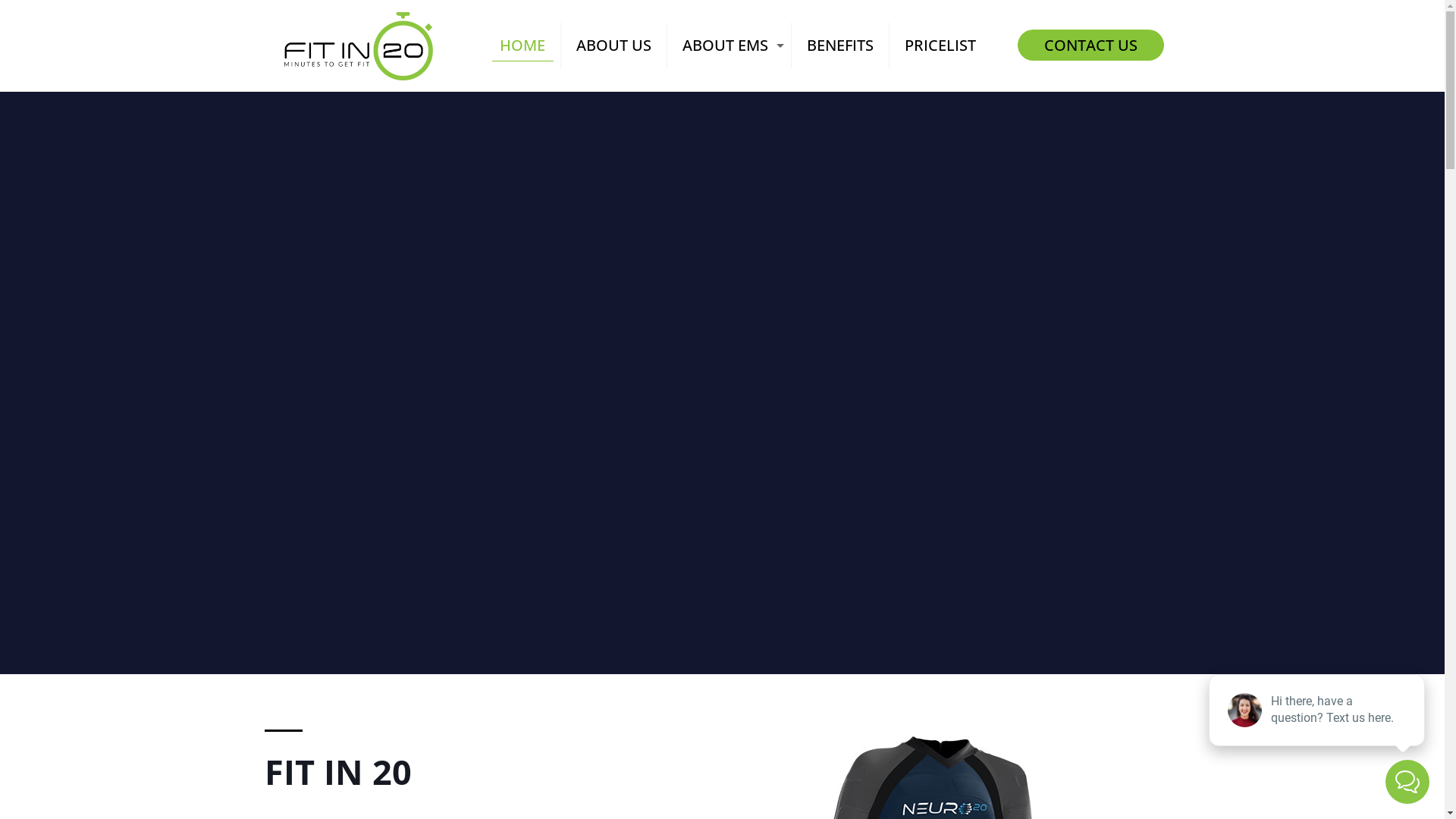 This screenshot has width=1456, height=819. What do you see at coordinates (614, 45) in the screenshot?
I see `'ABOUT US'` at bounding box center [614, 45].